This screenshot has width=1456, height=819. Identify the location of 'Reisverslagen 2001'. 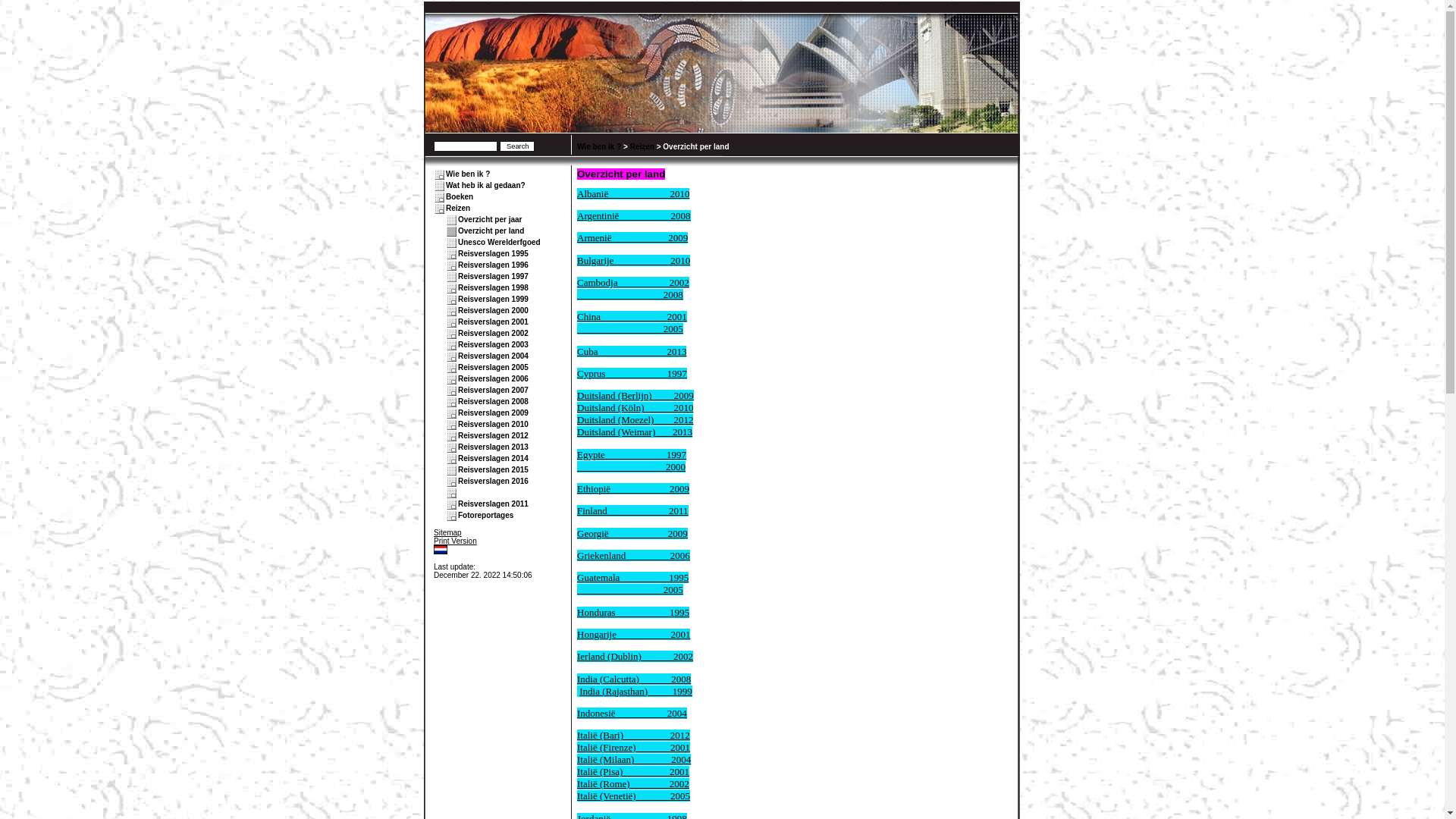
(493, 321).